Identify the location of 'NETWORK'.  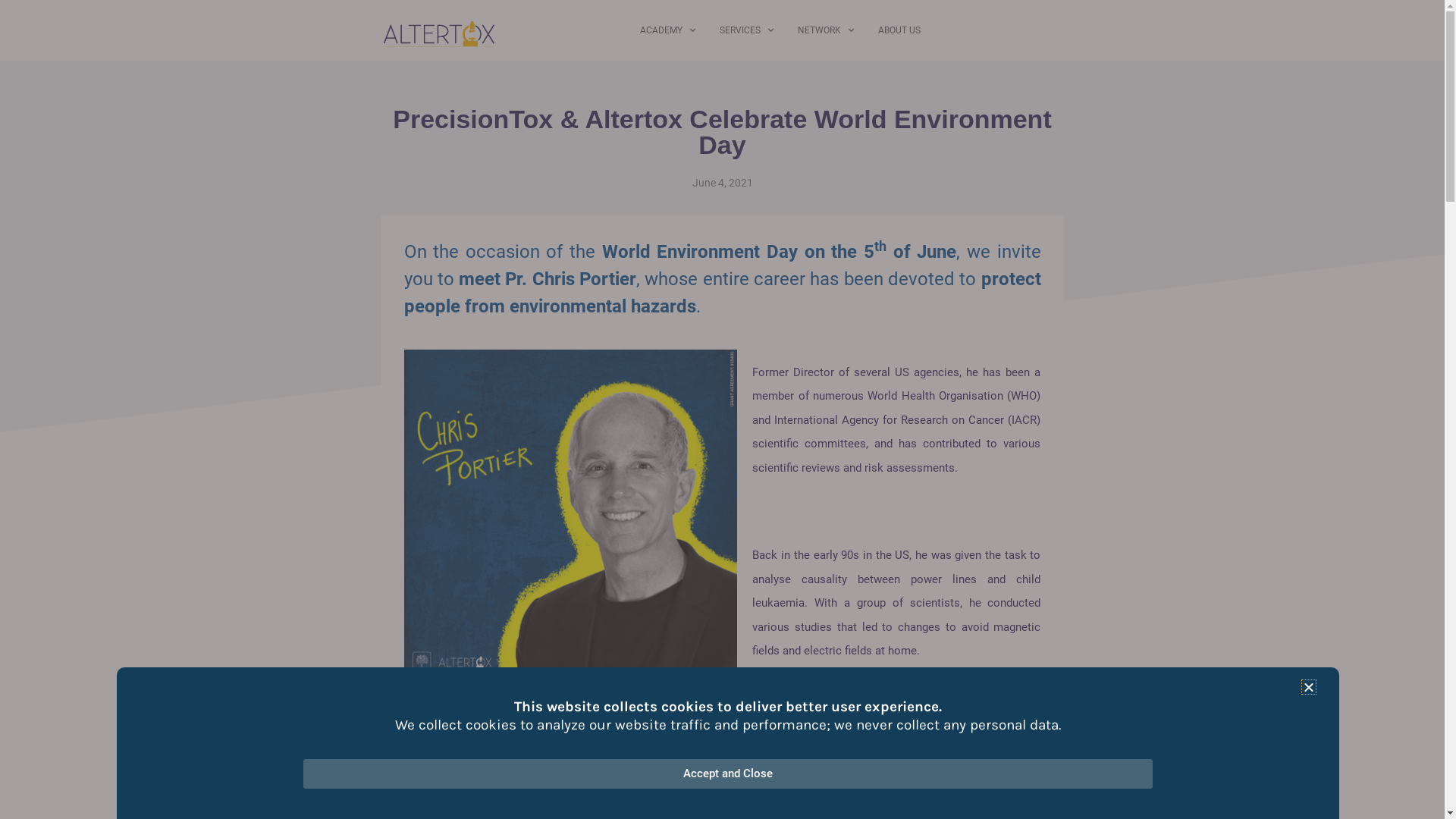
(825, 30).